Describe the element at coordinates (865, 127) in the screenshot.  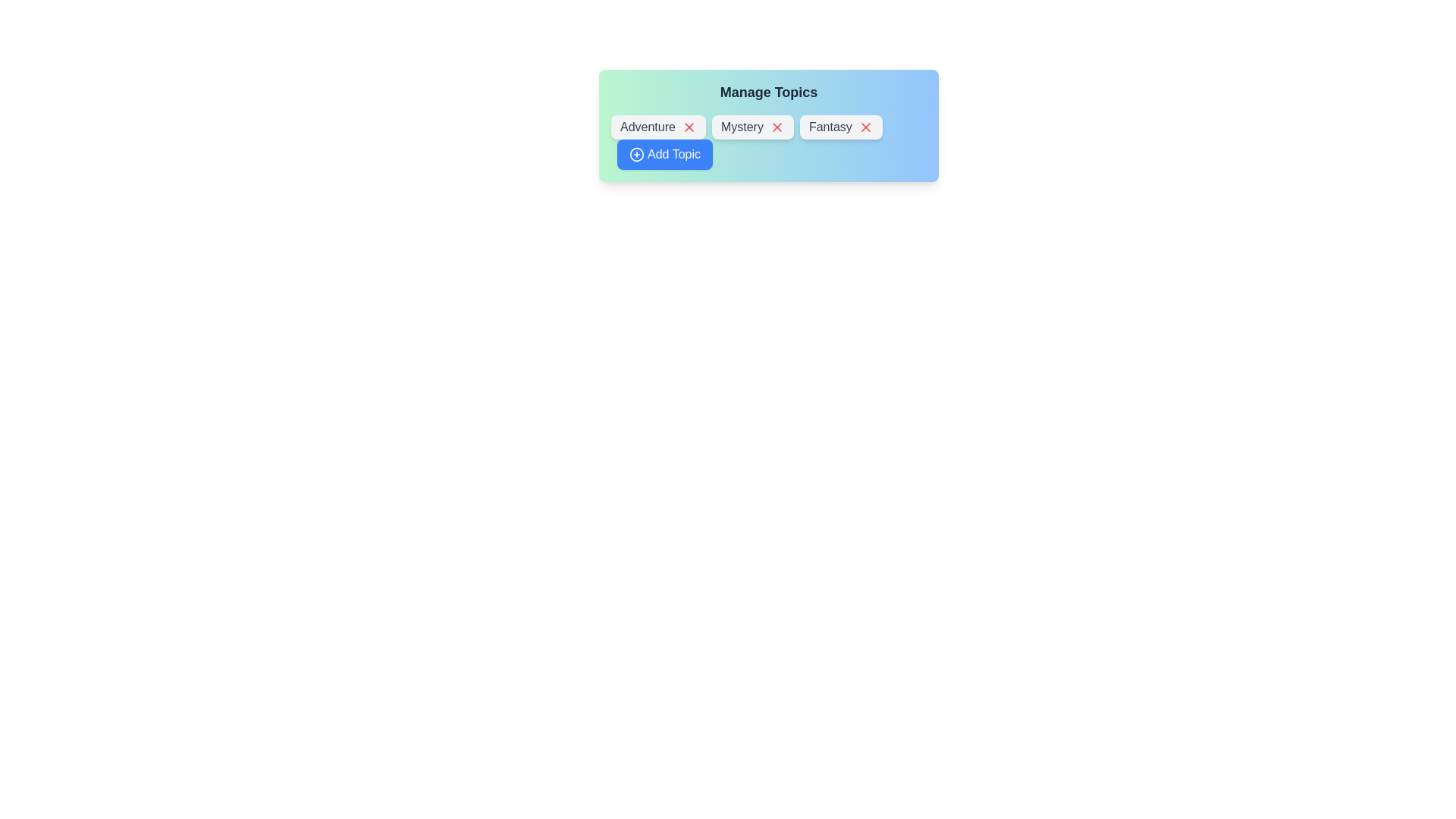
I see `'X' button on the chip labeled 'Fantasy' to delete it` at that location.